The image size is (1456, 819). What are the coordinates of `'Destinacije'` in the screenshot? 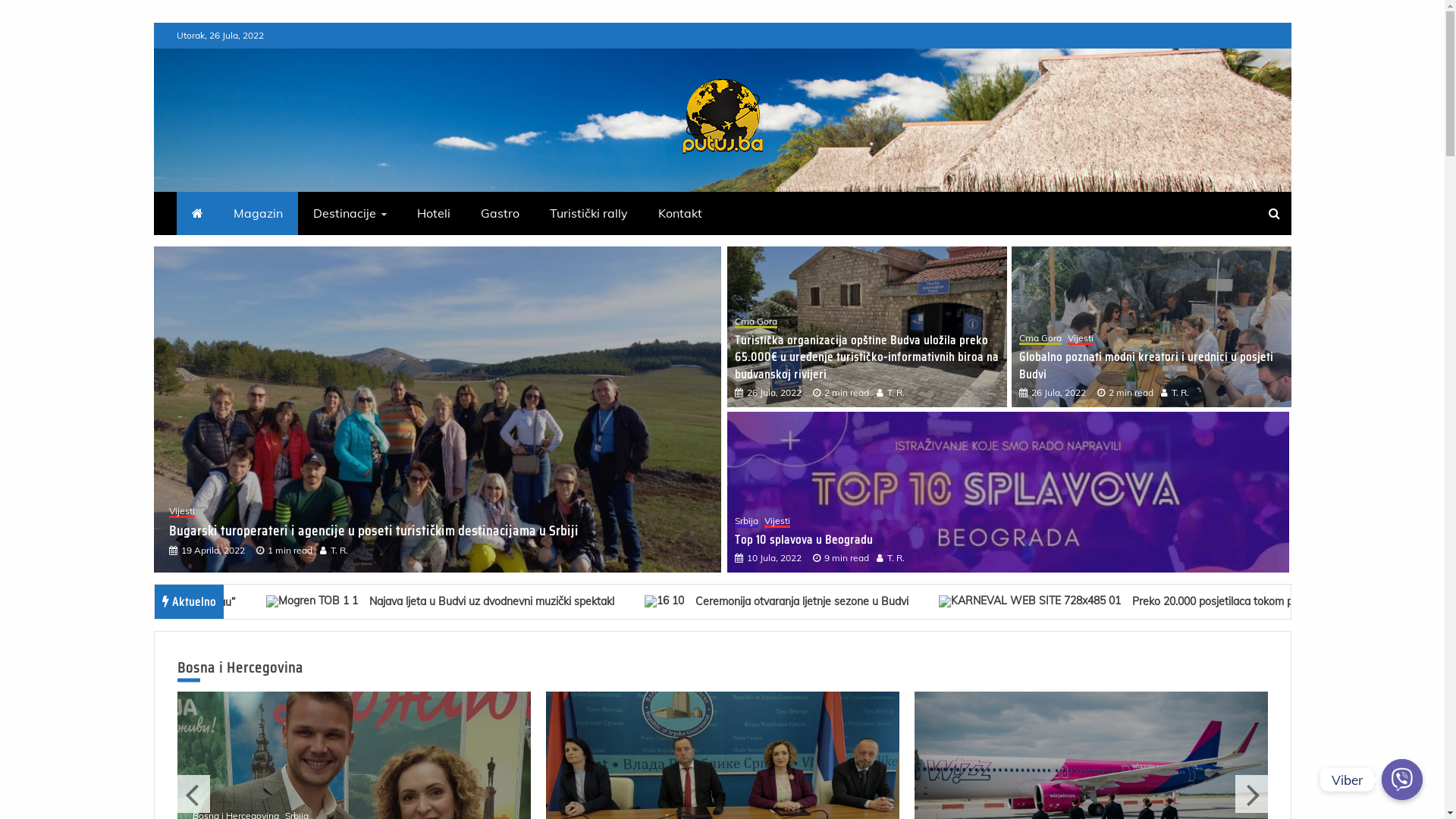 It's located at (348, 213).